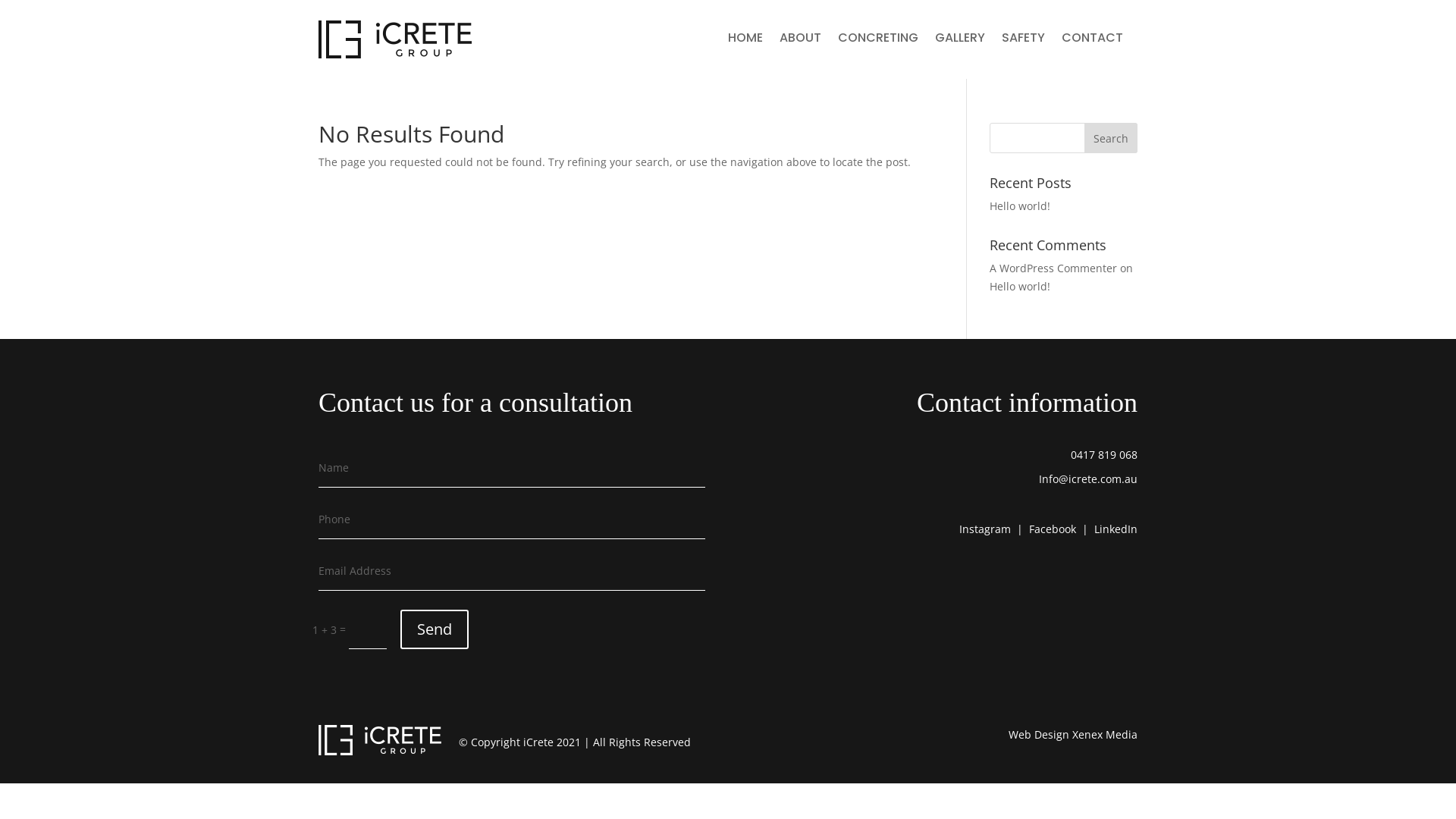 The height and width of the screenshot is (819, 1456). What do you see at coordinates (1092, 40) in the screenshot?
I see `'CONTACT'` at bounding box center [1092, 40].